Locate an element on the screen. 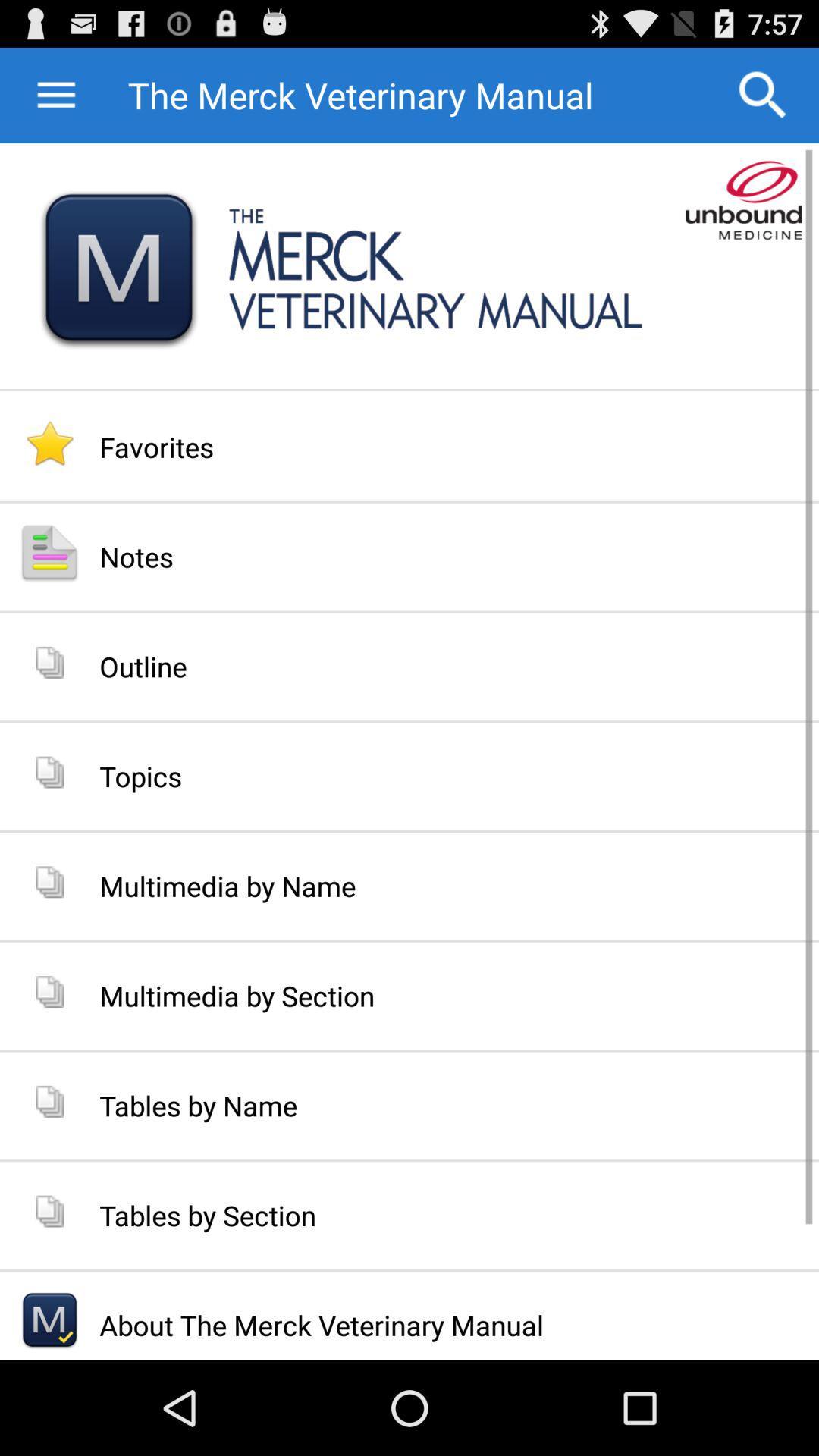 The image size is (819, 1456). the option button which is topleft is located at coordinates (76, 95).